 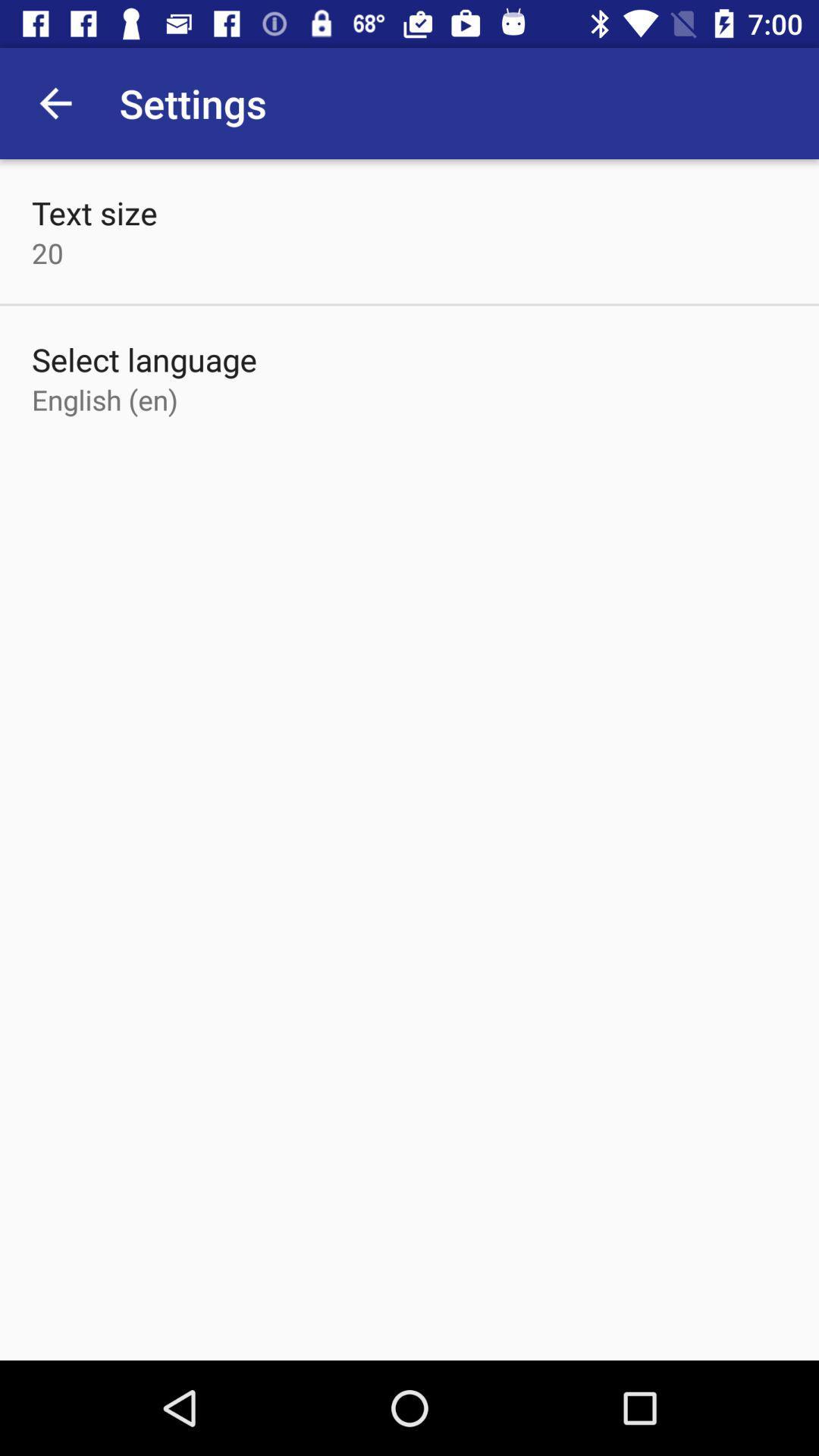 What do you see at coordinates (46, 253) in the screenshot?
I see `icon below the text size` at bounding box center [46, 253].